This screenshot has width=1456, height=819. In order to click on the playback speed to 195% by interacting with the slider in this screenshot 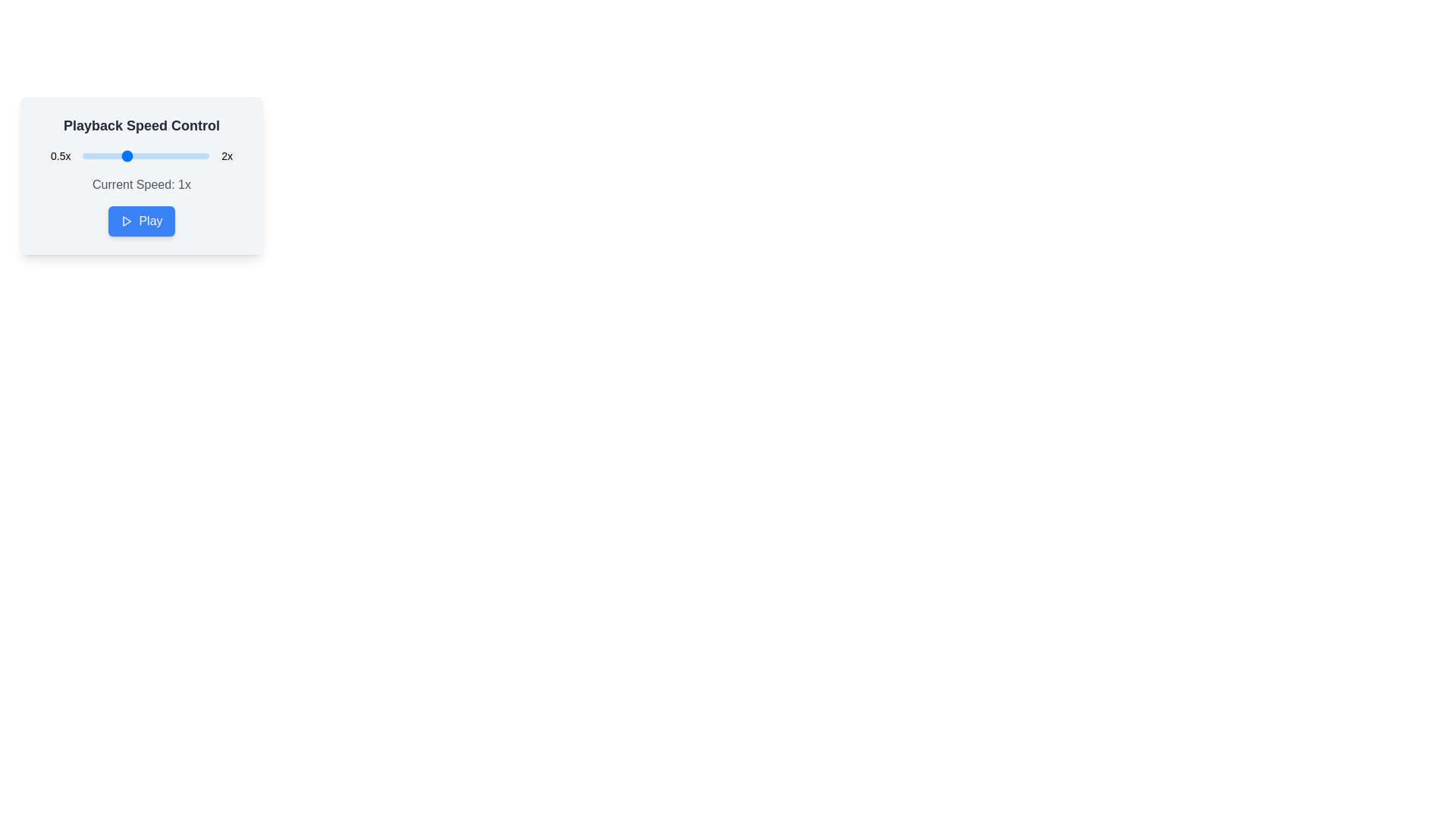, I will do `click(204, 155)`.